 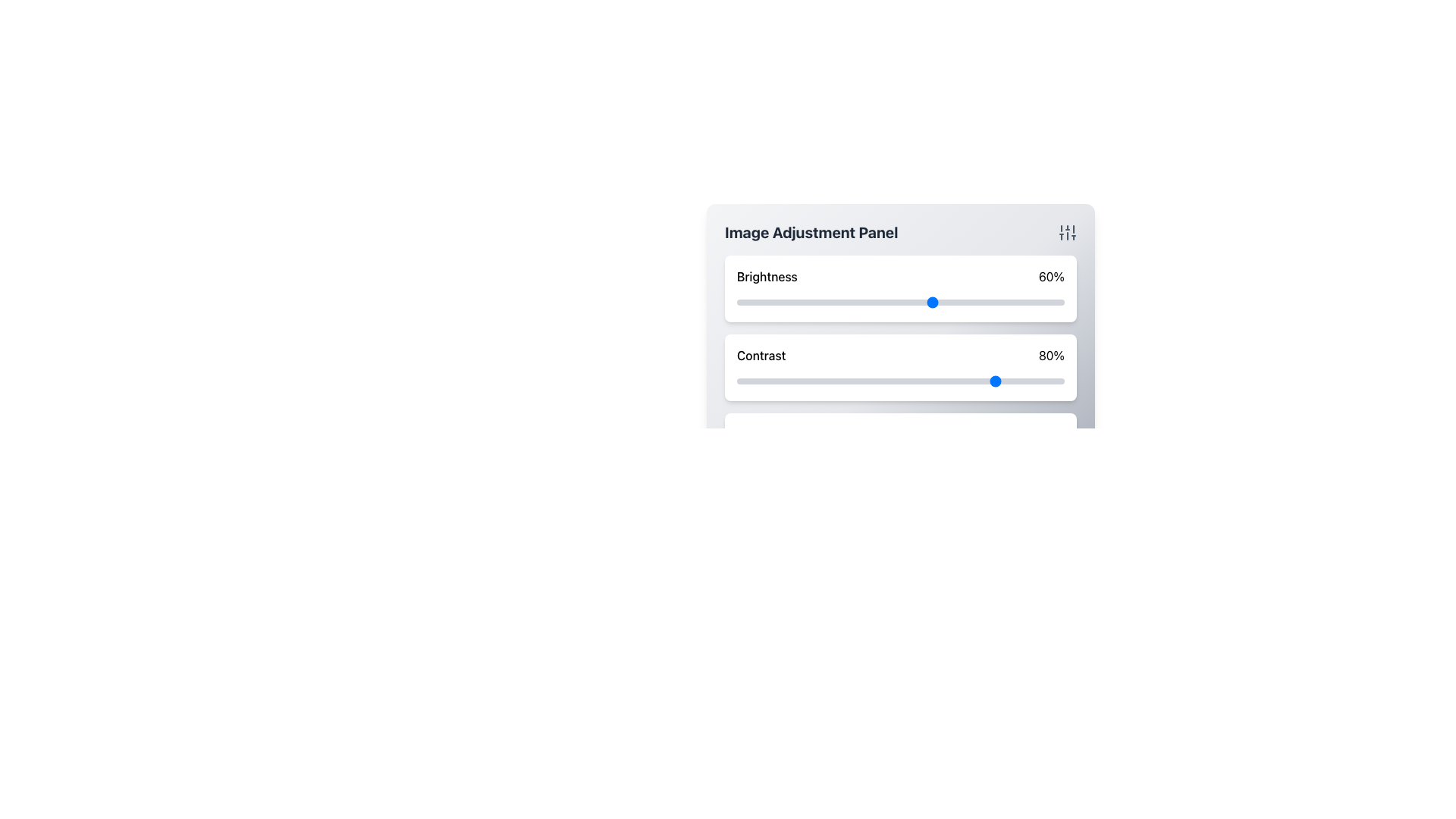 I want to click on brightness, so click(x=780, y=302).